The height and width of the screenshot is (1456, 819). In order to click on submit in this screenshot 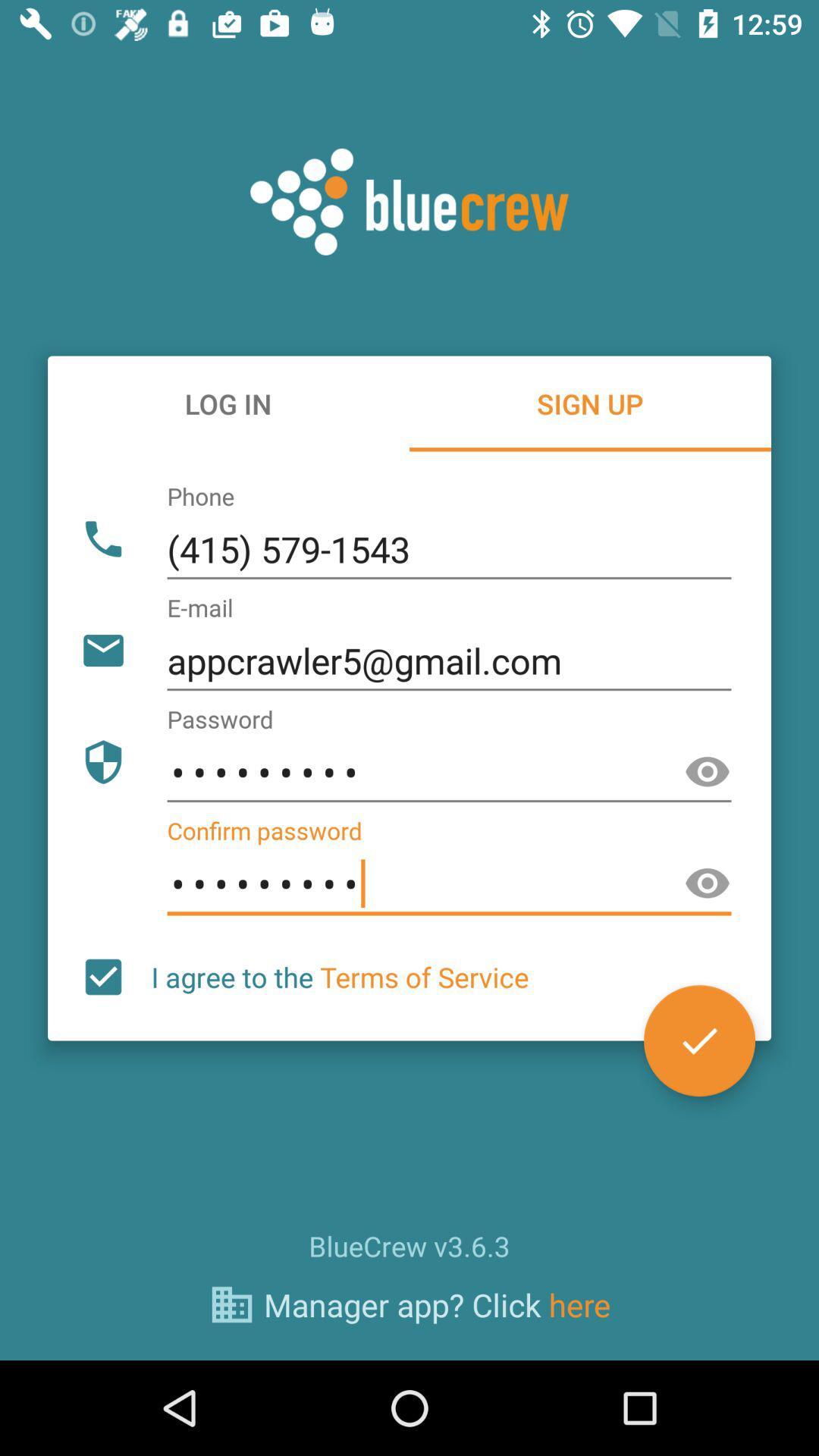, I will do `click(699, 1040)`.